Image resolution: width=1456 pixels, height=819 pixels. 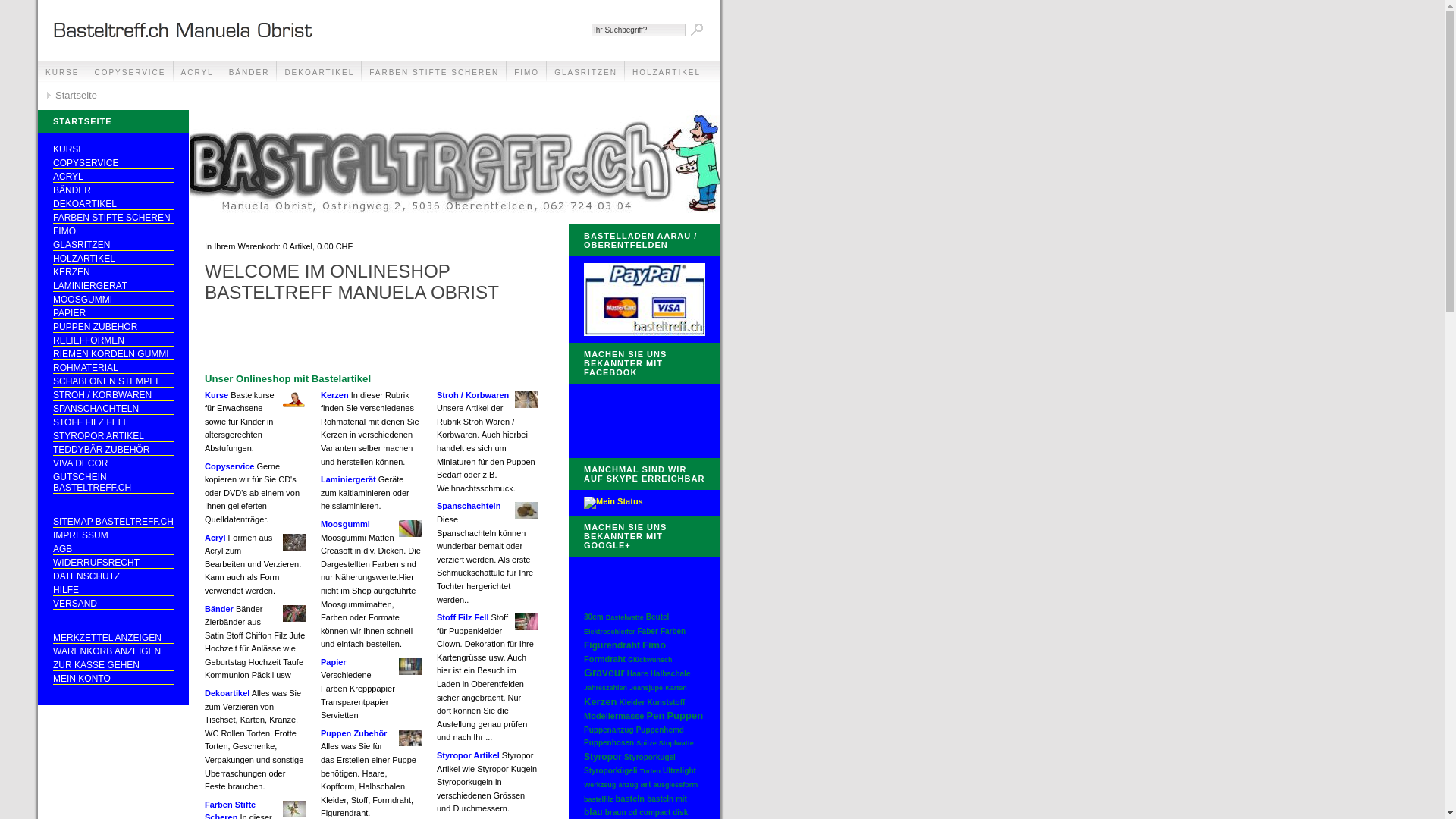 I want to click on 'Styroporkugel', so click(x=650, y=757).